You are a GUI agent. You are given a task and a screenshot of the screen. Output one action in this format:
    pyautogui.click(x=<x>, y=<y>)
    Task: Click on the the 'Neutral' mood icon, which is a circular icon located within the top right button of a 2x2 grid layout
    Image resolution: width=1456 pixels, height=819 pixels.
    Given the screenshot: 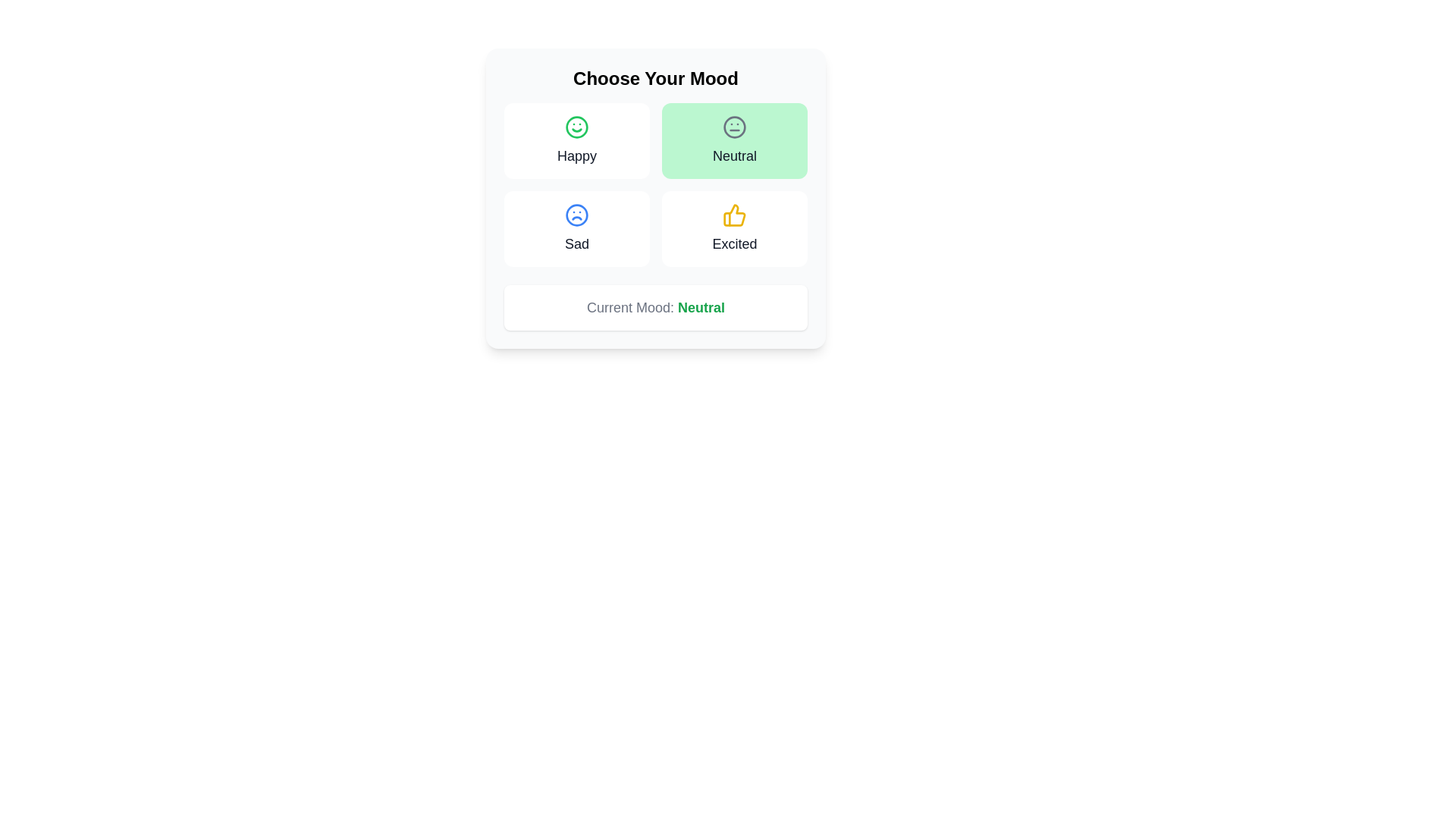 What is the action you would take?
    pyautogui.click(x=735, y=127)
    